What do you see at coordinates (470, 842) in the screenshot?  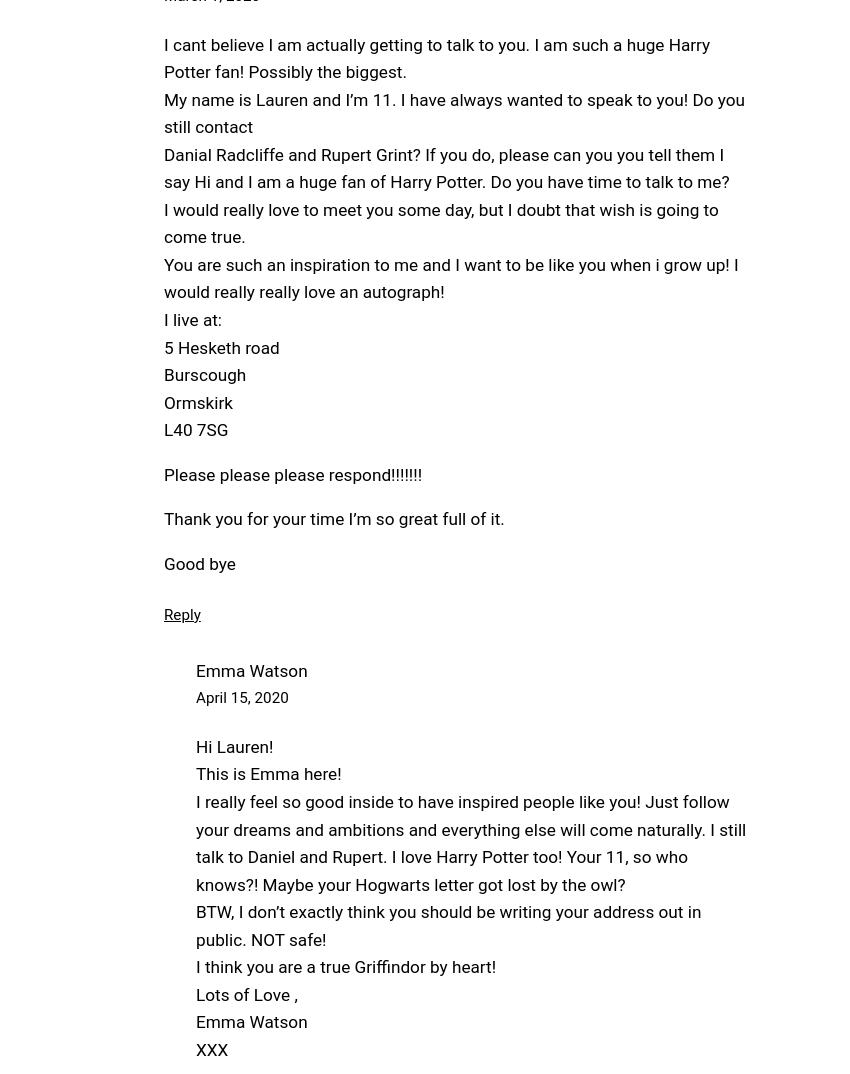 I see `'I really feel so good inside to have inspired people like you! Just follow your dreams and ambitions and everything else will come naturally. I still talk to Daniel and Rupert. I  love Harry Potter too! Your 11, so who knows?! Maybe your Hogwarts letter got lost by the owl?'` at bounding box center [470, 842].